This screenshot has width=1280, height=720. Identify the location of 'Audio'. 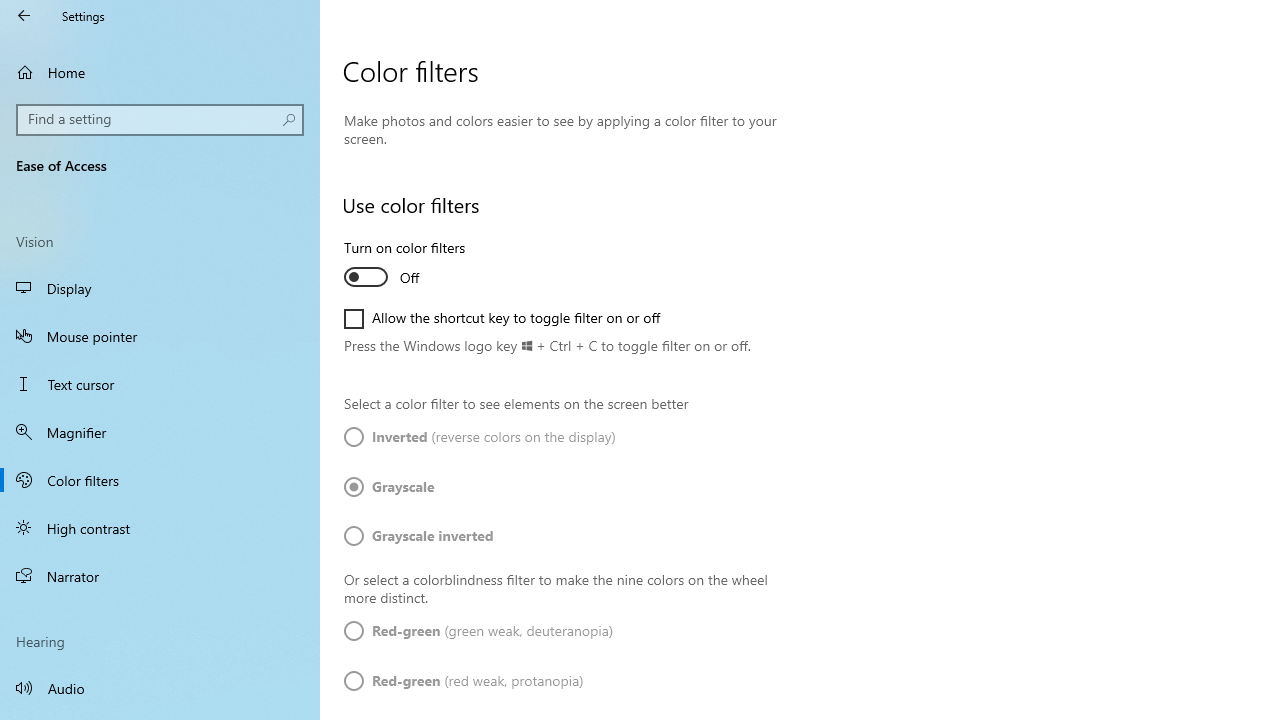
(160, 686).